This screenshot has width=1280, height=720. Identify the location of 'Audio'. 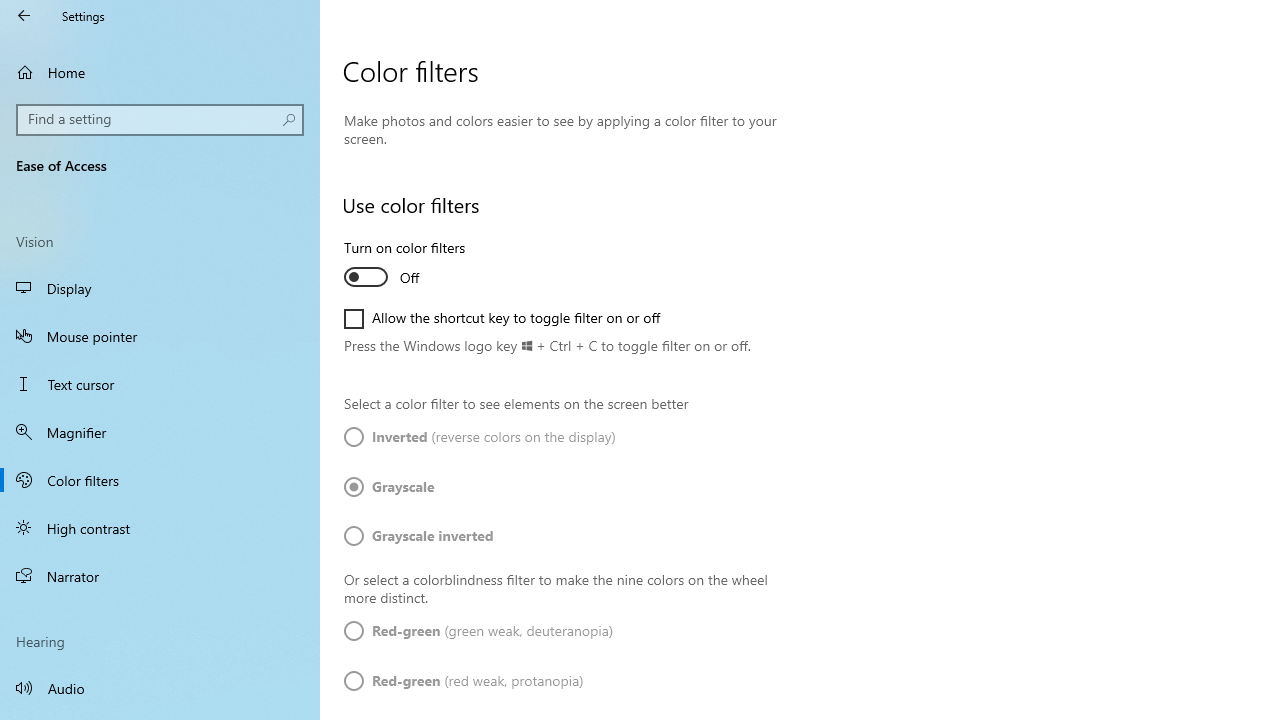
(160, 686).